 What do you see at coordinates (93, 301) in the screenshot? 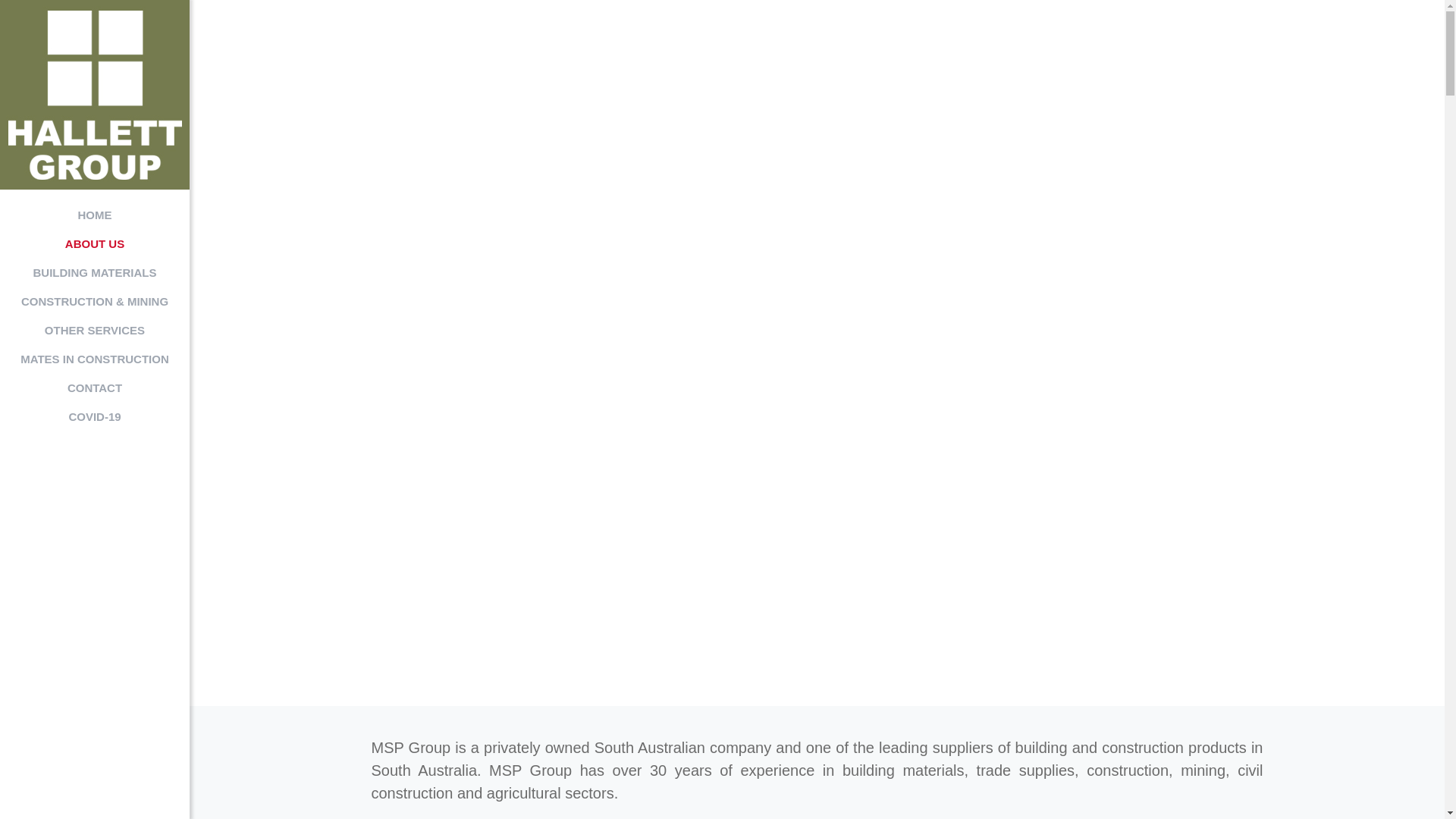
I see `'CONSTRUCTION & MINING'` at bounding box center [93, 301].